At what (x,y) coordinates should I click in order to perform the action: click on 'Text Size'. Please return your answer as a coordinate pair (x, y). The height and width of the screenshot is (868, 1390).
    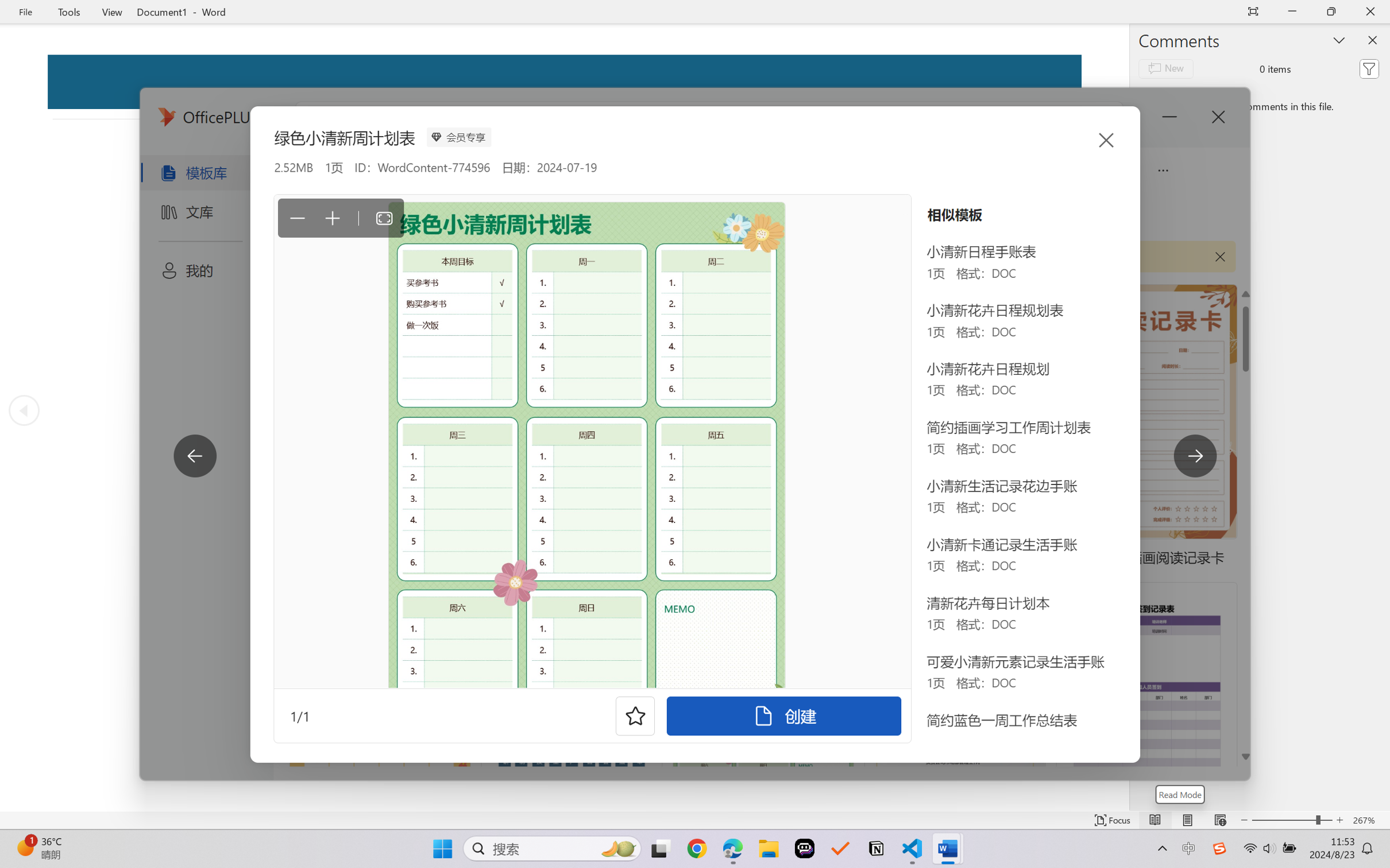
    Looking at the image, I should click on (1292, 820).